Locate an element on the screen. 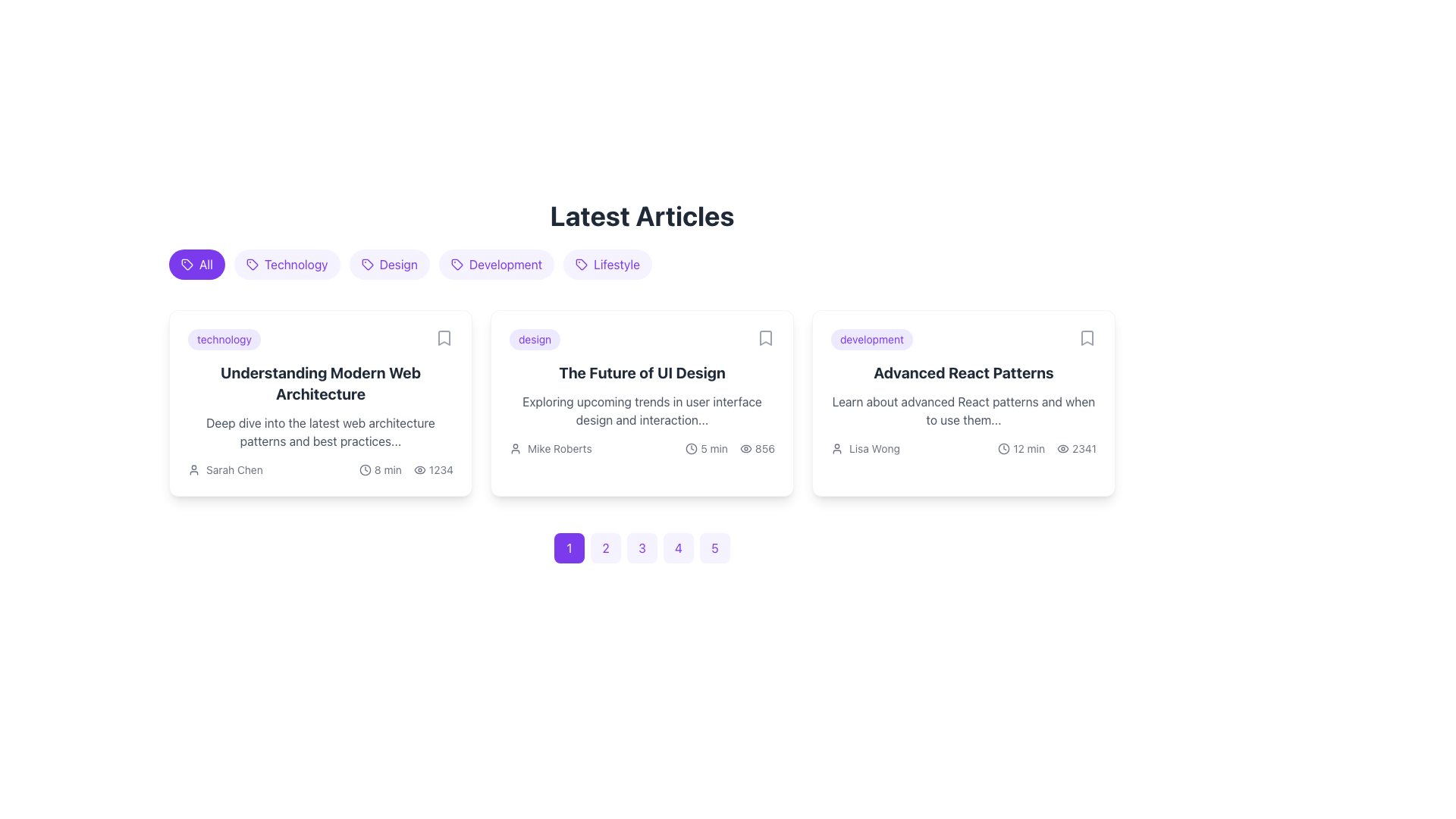 This screenshot has height=819, width=1456. one of the filter buttons in the horizontal list located just below the 'Latest Articles' title is located at coordinates (642, 267).